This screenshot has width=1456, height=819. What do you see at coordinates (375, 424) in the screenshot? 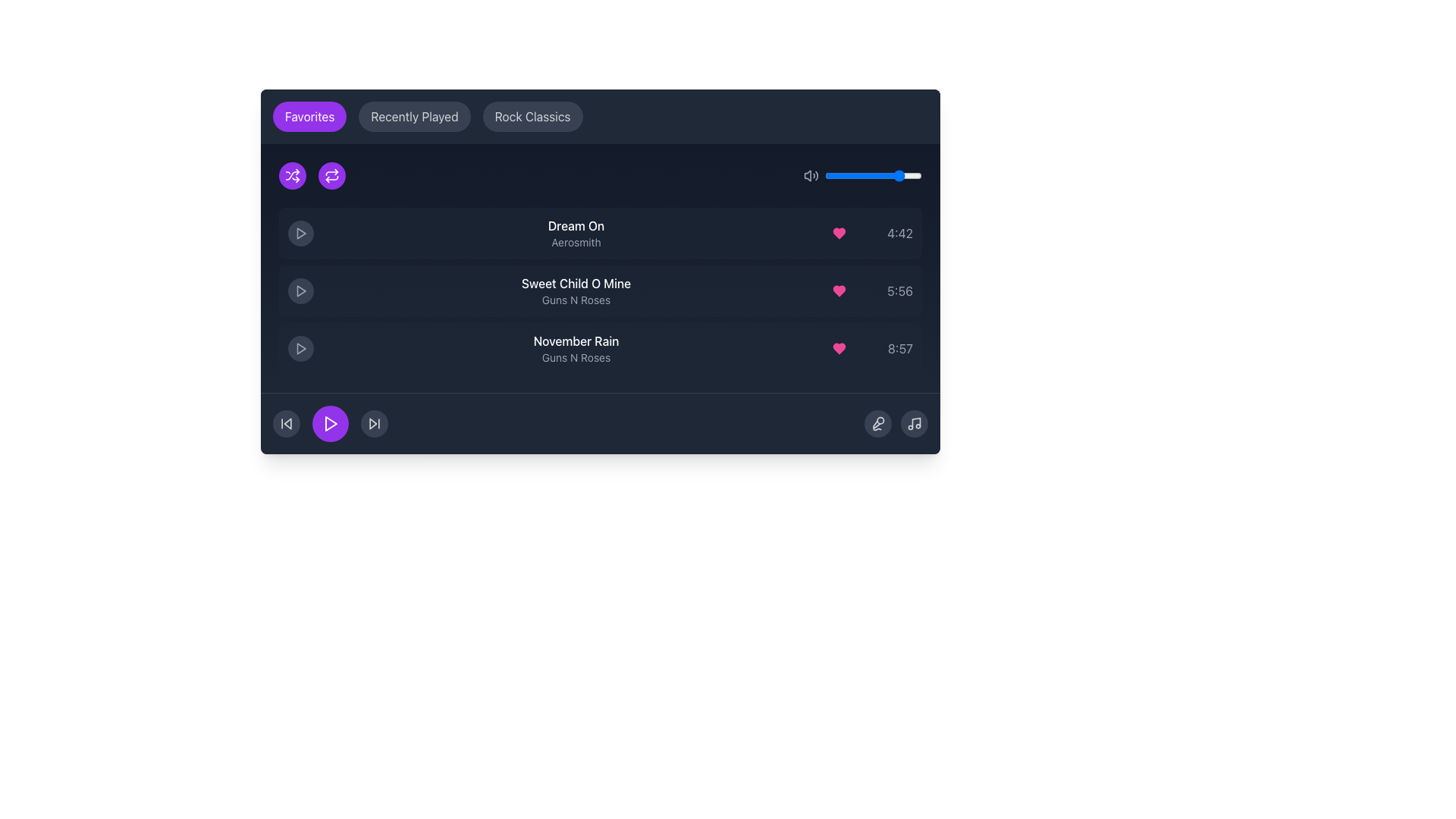
I see `the 'Skip Forward' button, which is a small graphic with a right-pointing arrow and a vertical bar, located in the bottom control panel of the player interface` at bounding box center [375, 424].